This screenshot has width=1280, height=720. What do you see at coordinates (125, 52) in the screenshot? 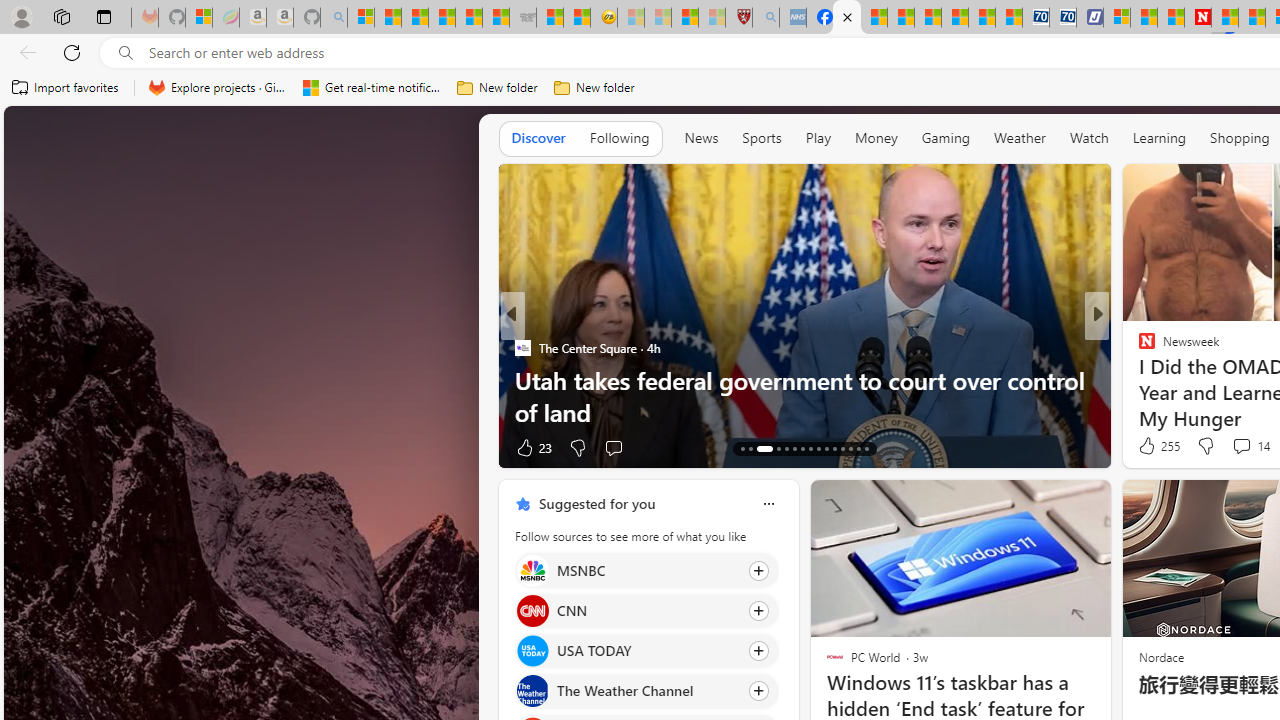
I see `'Search icon'` at bounding box center [125, 52].